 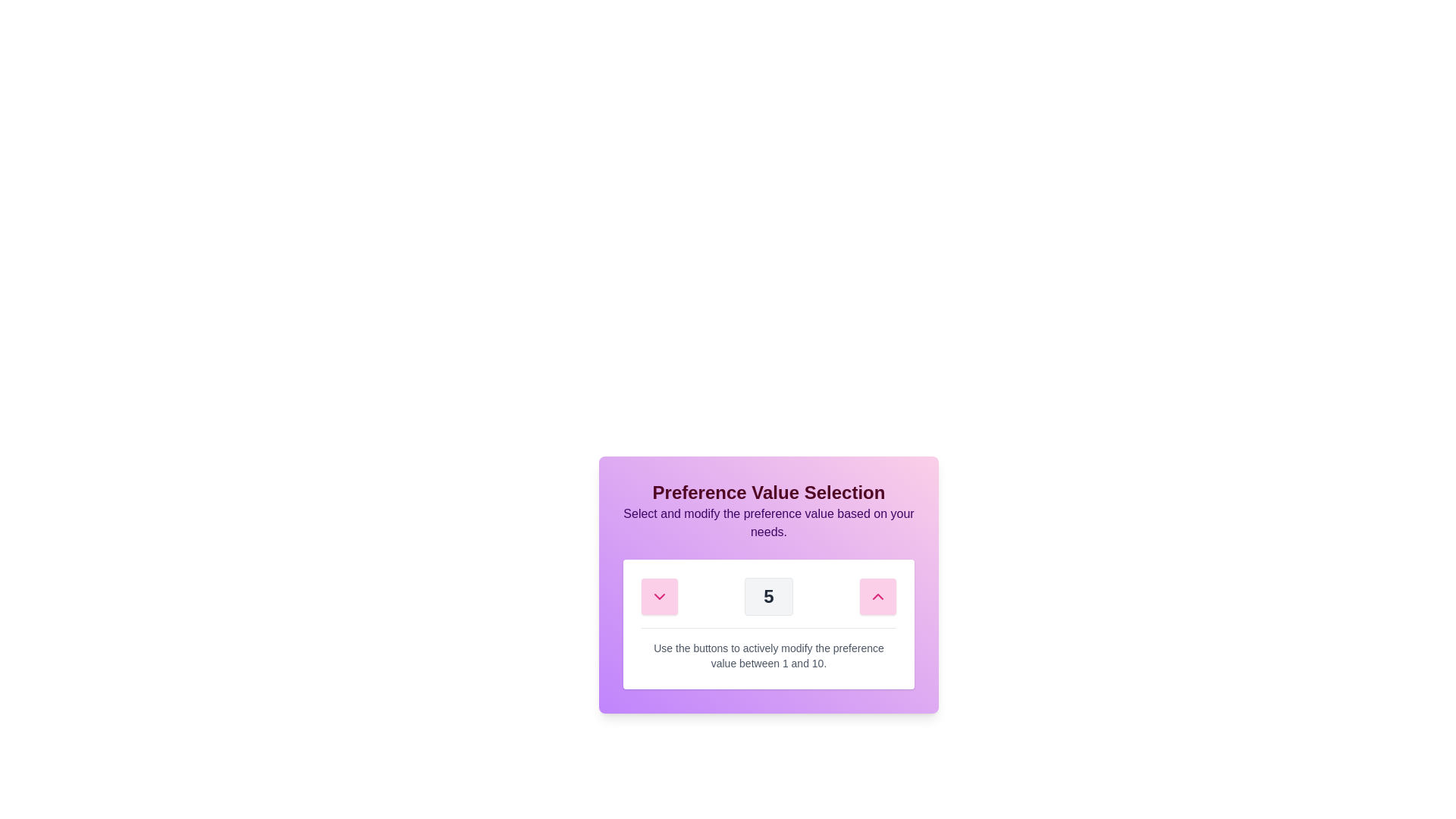 What do you see at coordinates (659, 595) in the screenshot?
I see `the decrement icon within the left-most button in the 'Preference Value Selection' card for visual feedback` at bounding box center [659, 595].